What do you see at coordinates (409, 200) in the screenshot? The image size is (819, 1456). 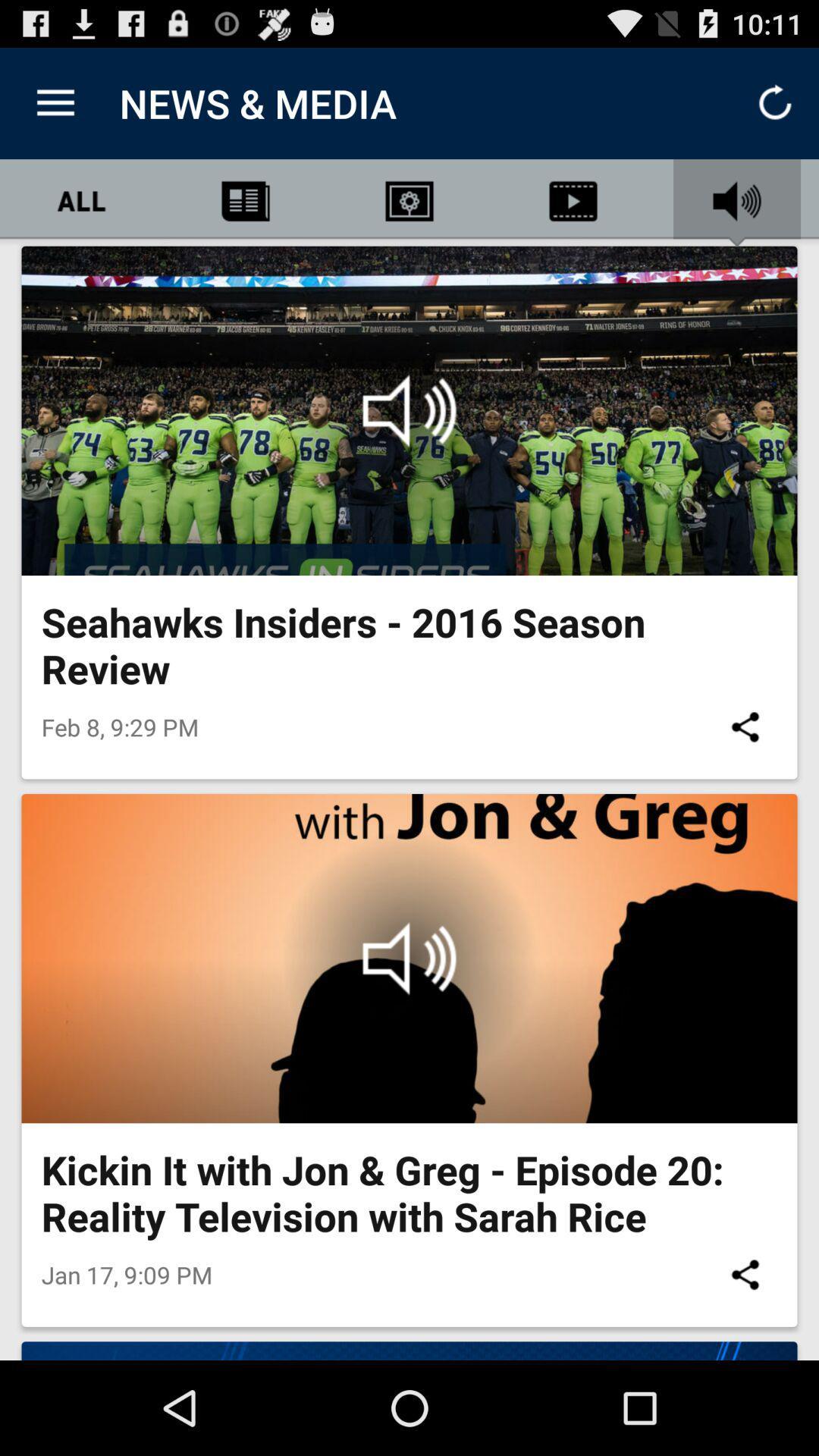 I see `second option next to all` at bounding box center [409, 200].